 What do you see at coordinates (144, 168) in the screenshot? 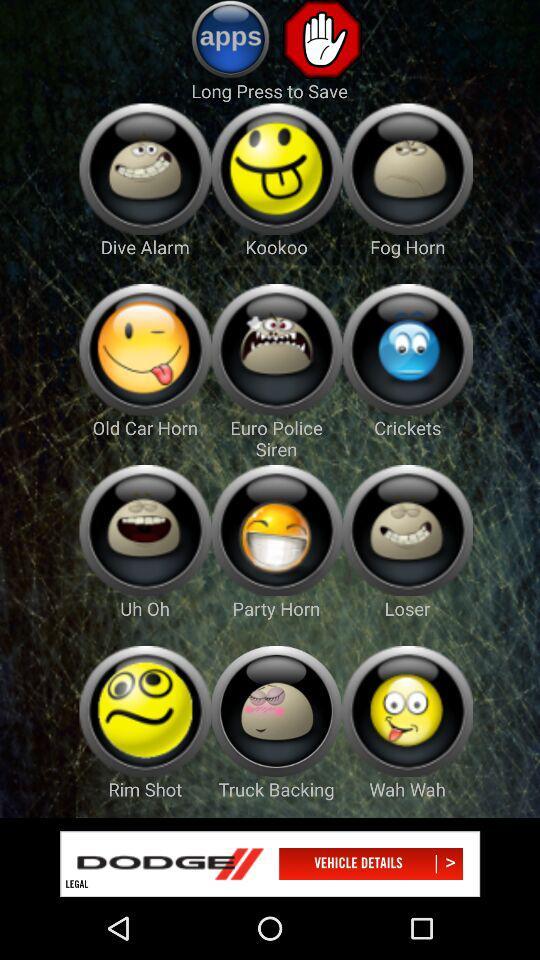
I see `dive alarm button` at bounding box center [144, 168].